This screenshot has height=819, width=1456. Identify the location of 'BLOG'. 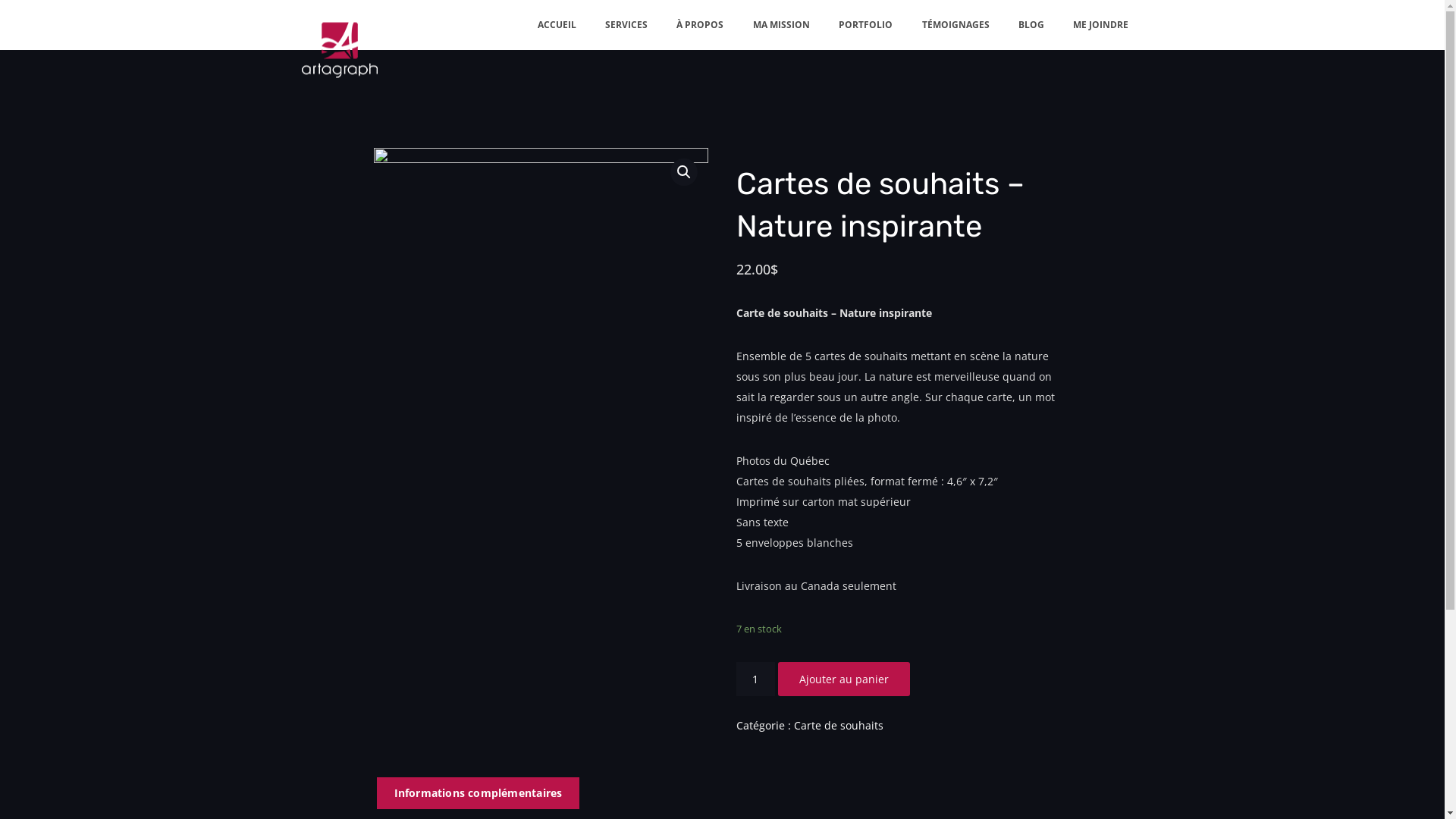
(1031, 25).